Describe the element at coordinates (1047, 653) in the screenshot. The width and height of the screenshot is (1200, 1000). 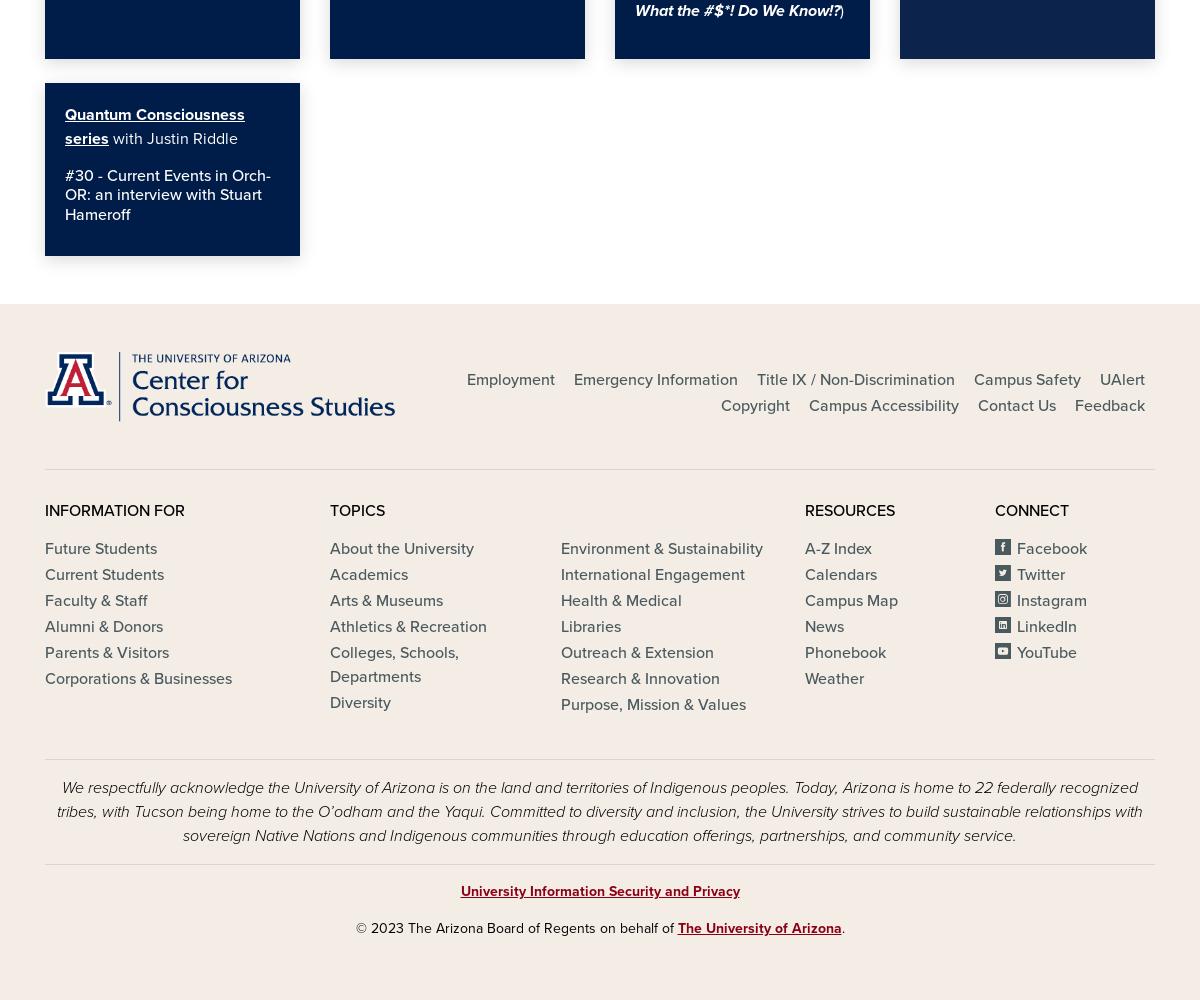
I see `'YouTube'` at that location.